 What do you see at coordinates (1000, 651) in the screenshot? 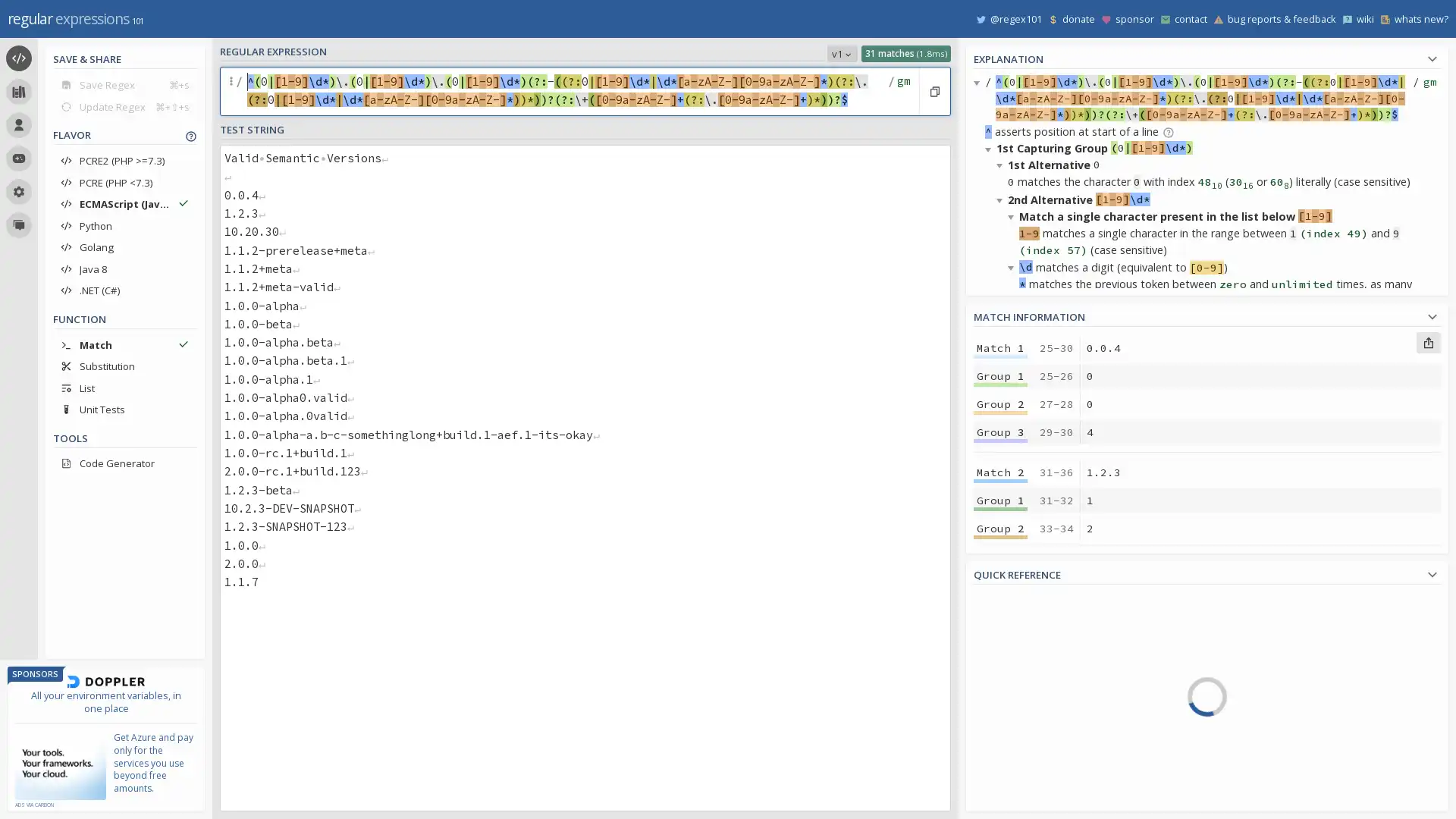
I see `Group 2` at bounding box center [1000, 651].